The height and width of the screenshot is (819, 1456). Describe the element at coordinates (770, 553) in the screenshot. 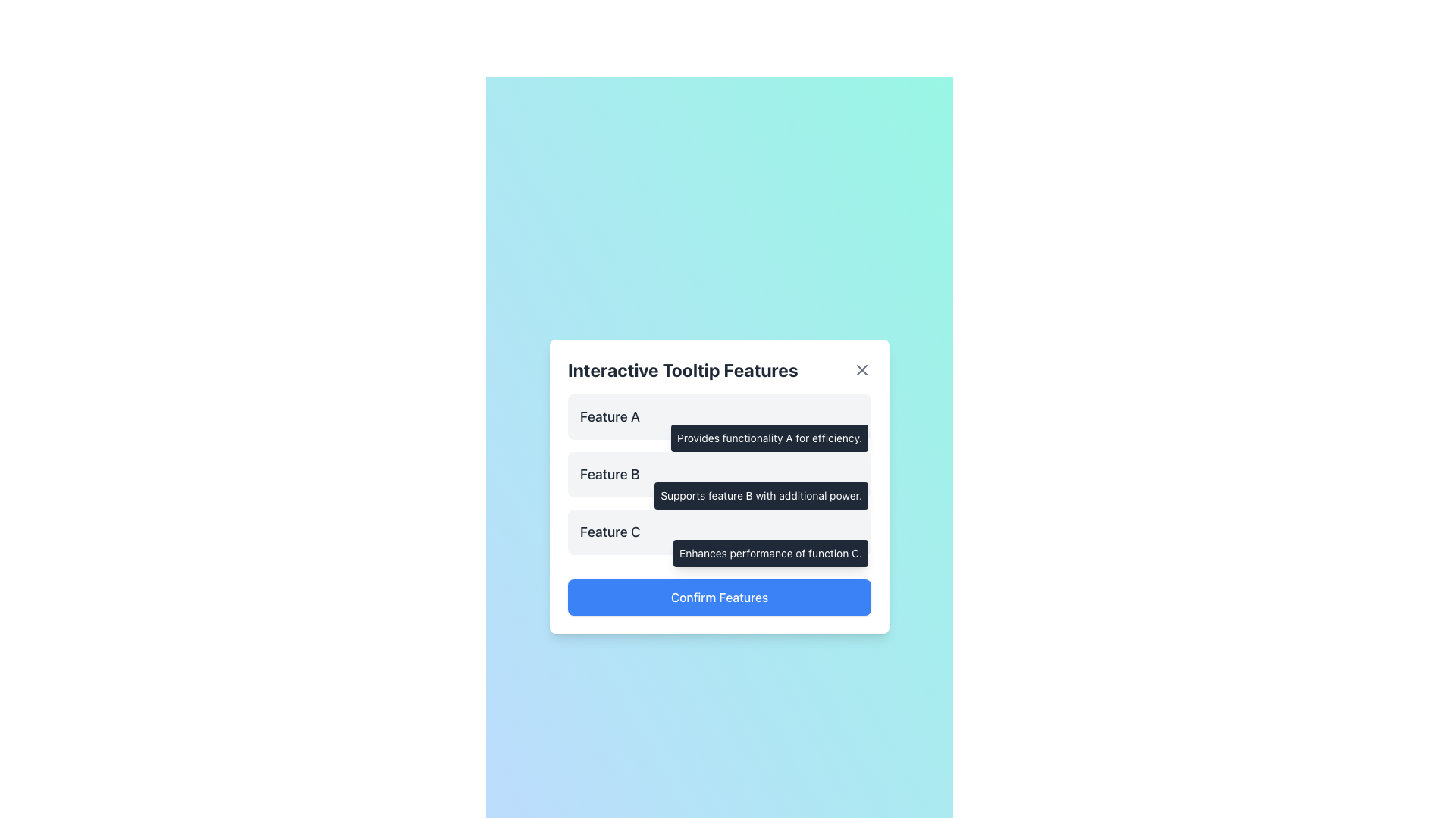

I see `the tooltip providing additional information about 'Feature C', located in the lower part of the interface` at that location.